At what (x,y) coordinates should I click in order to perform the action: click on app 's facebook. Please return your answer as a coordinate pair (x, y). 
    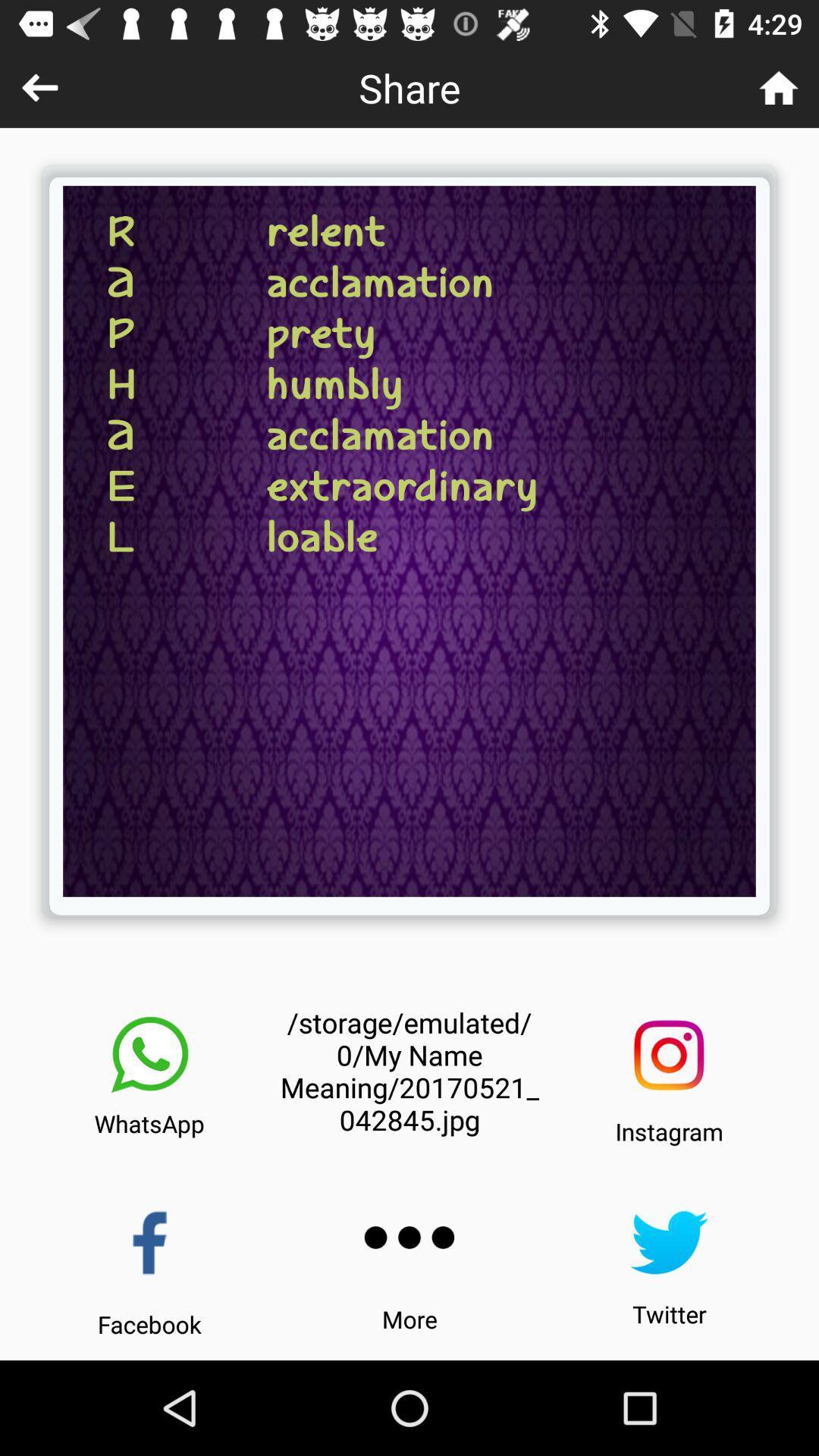
    Looking at the image, I should click on (149, 1243).